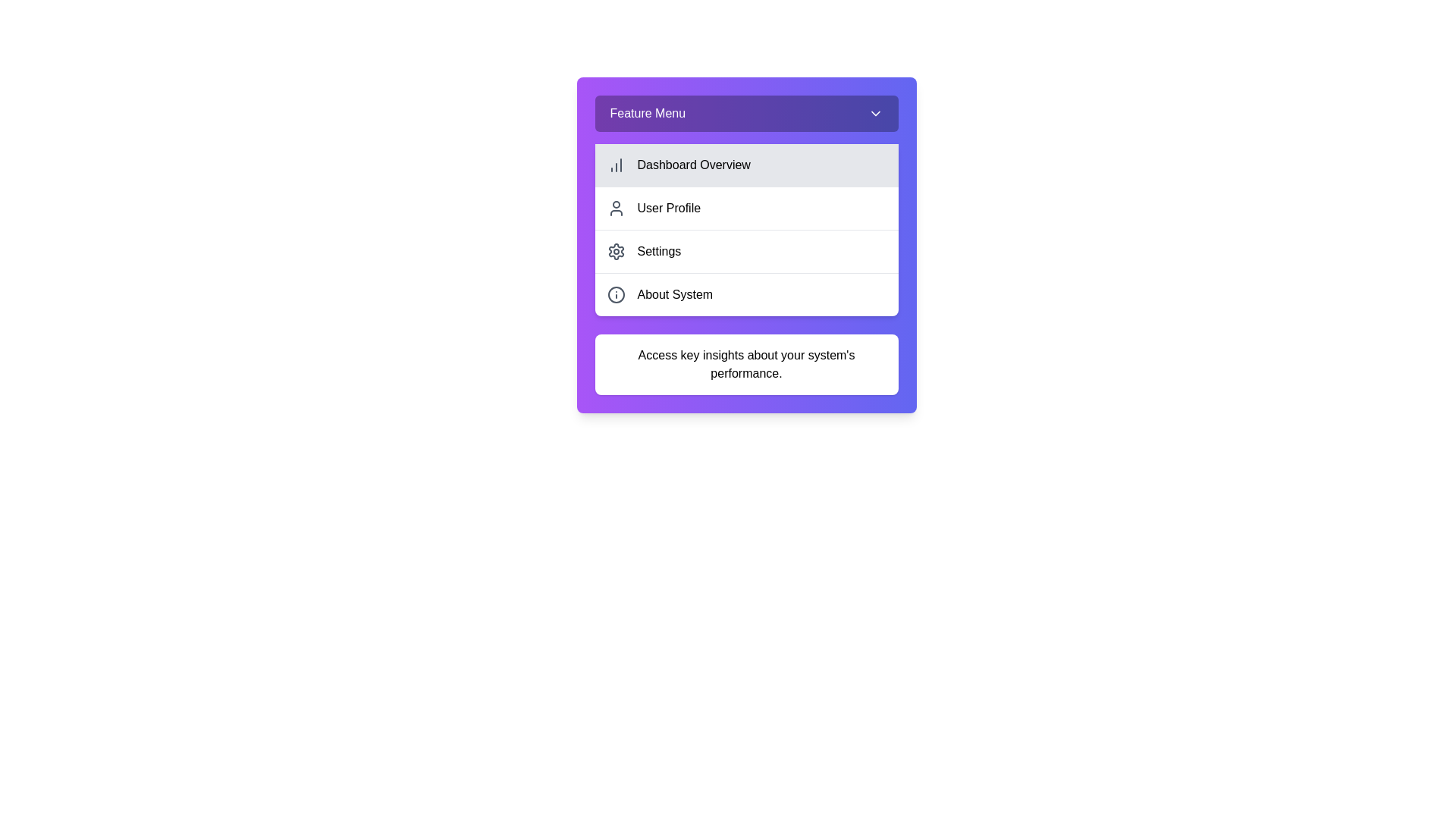  I want to click on the settings icon located immediately, so click(616, 250).